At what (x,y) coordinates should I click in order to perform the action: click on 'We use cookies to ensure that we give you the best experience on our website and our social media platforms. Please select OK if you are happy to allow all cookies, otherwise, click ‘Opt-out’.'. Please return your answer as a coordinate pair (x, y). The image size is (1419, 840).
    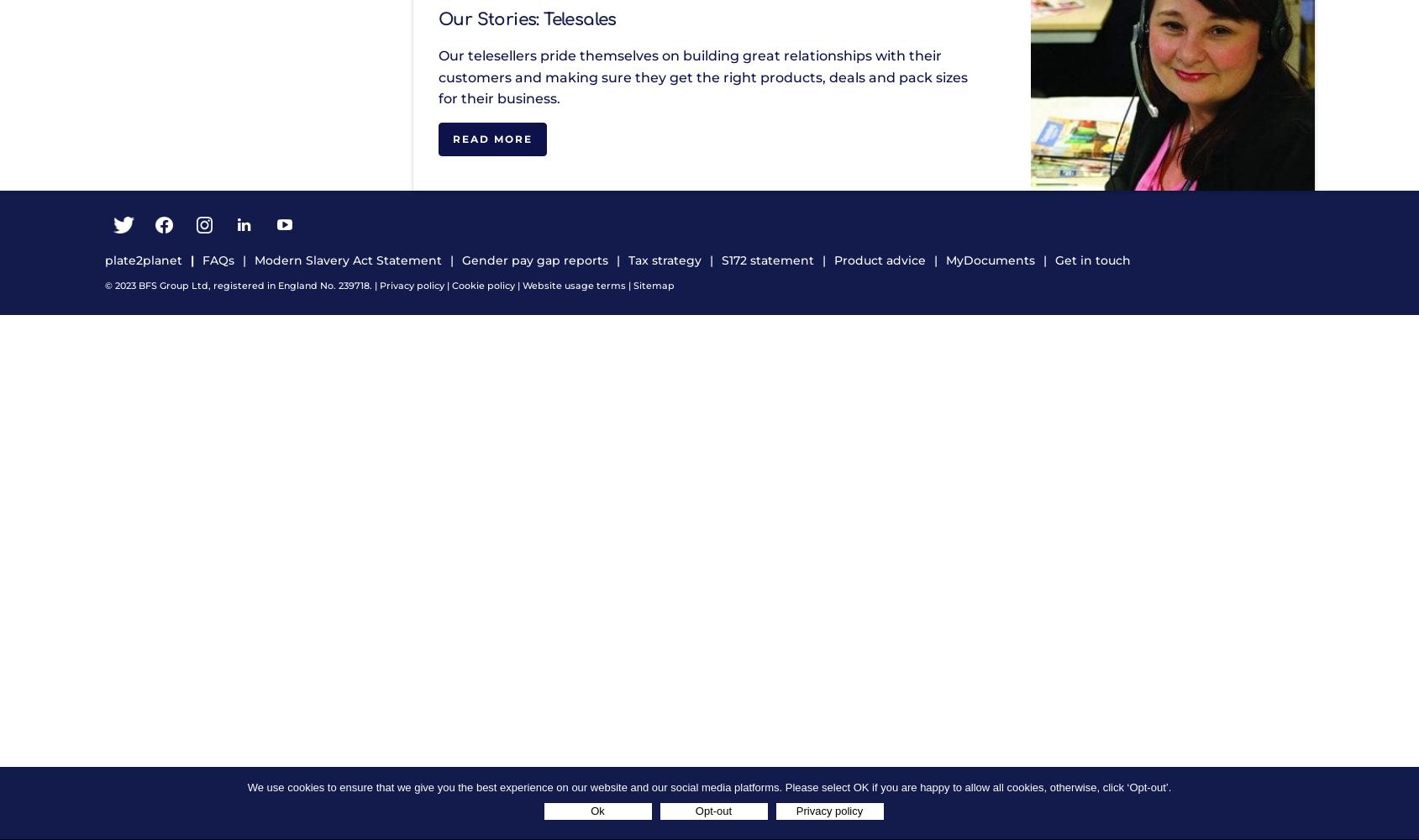
    Looking at the image, I should click on (247, 787).